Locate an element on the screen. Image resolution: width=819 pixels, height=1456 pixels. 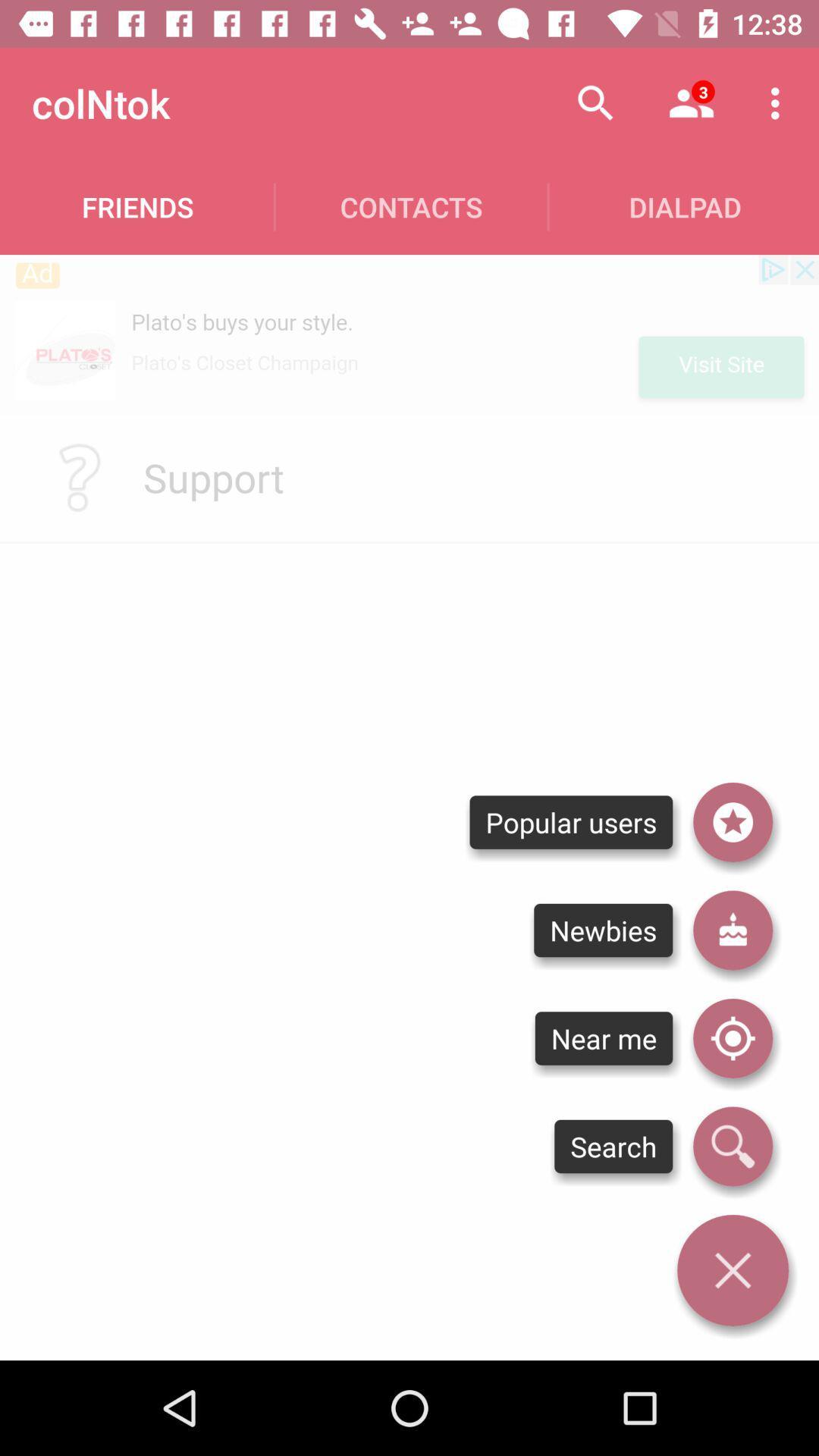
location is located at coordinates (732, 1037).